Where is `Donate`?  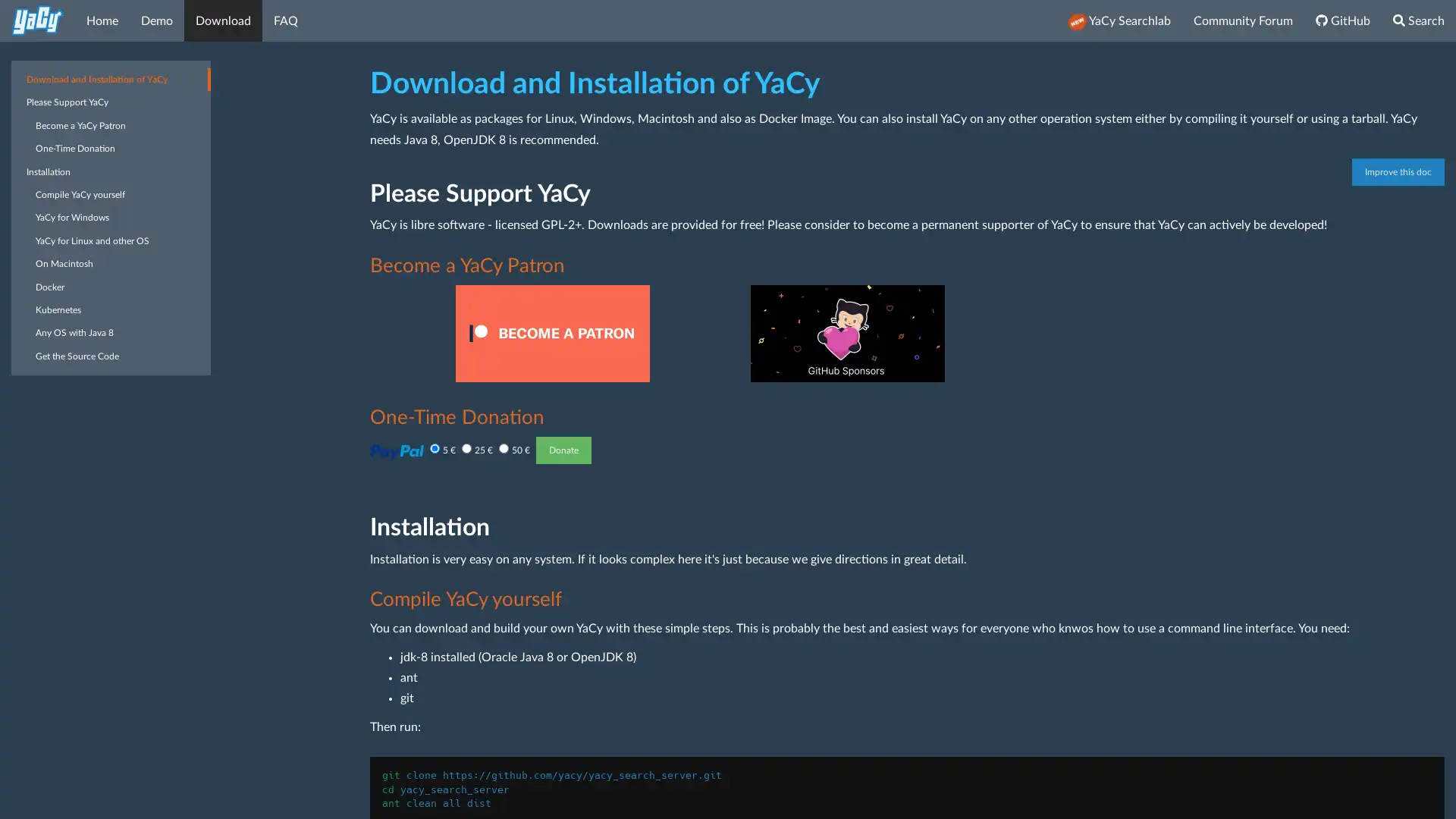 Donate is located at coordinates (562, 449).